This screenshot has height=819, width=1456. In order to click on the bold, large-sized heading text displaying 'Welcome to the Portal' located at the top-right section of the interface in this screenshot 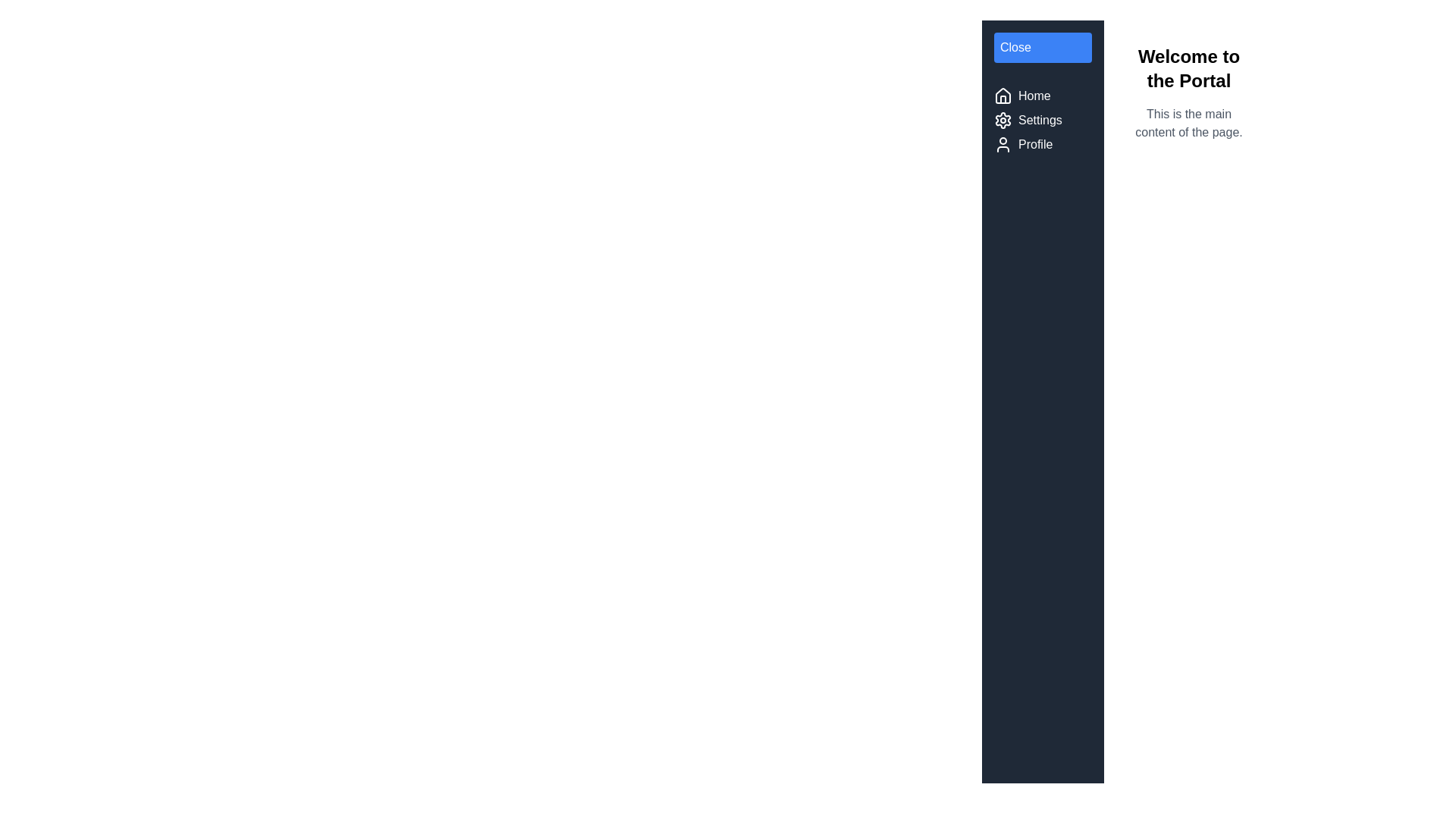, I will do `click(1188, 69)`.